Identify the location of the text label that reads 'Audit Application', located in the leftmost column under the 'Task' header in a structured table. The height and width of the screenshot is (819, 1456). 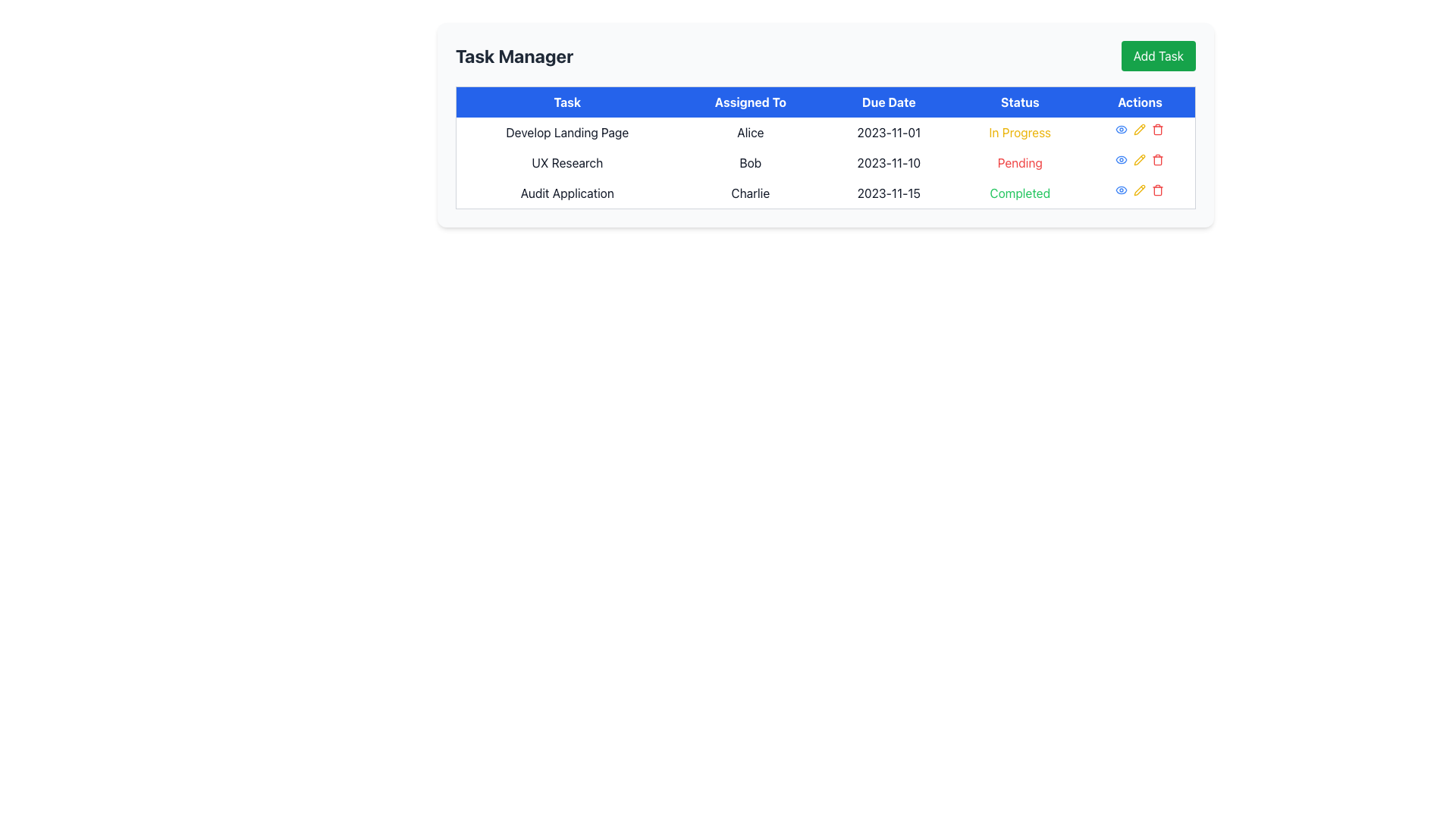
(566, 193).